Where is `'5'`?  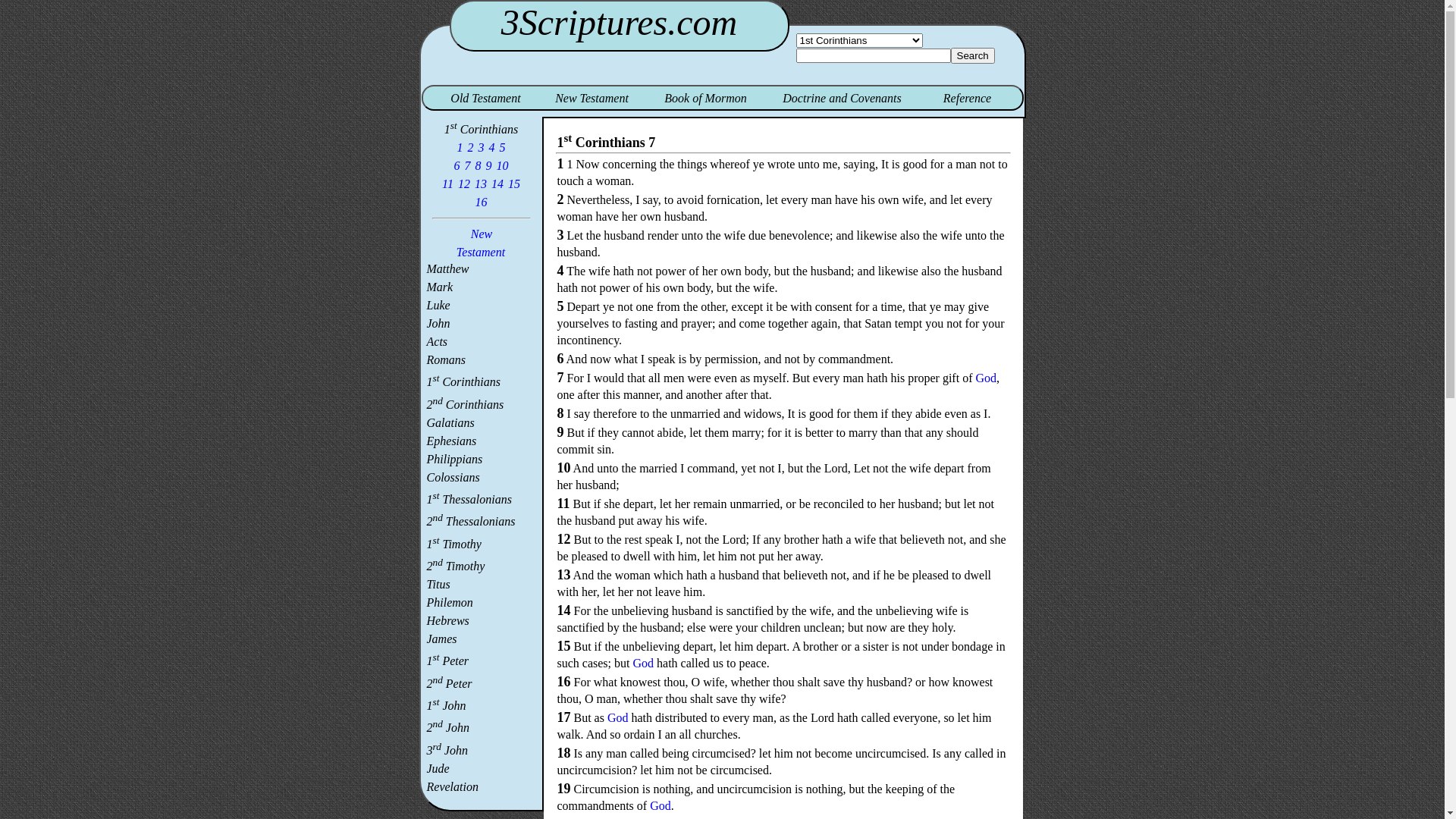
'5' is located at coordinates (502, 147).